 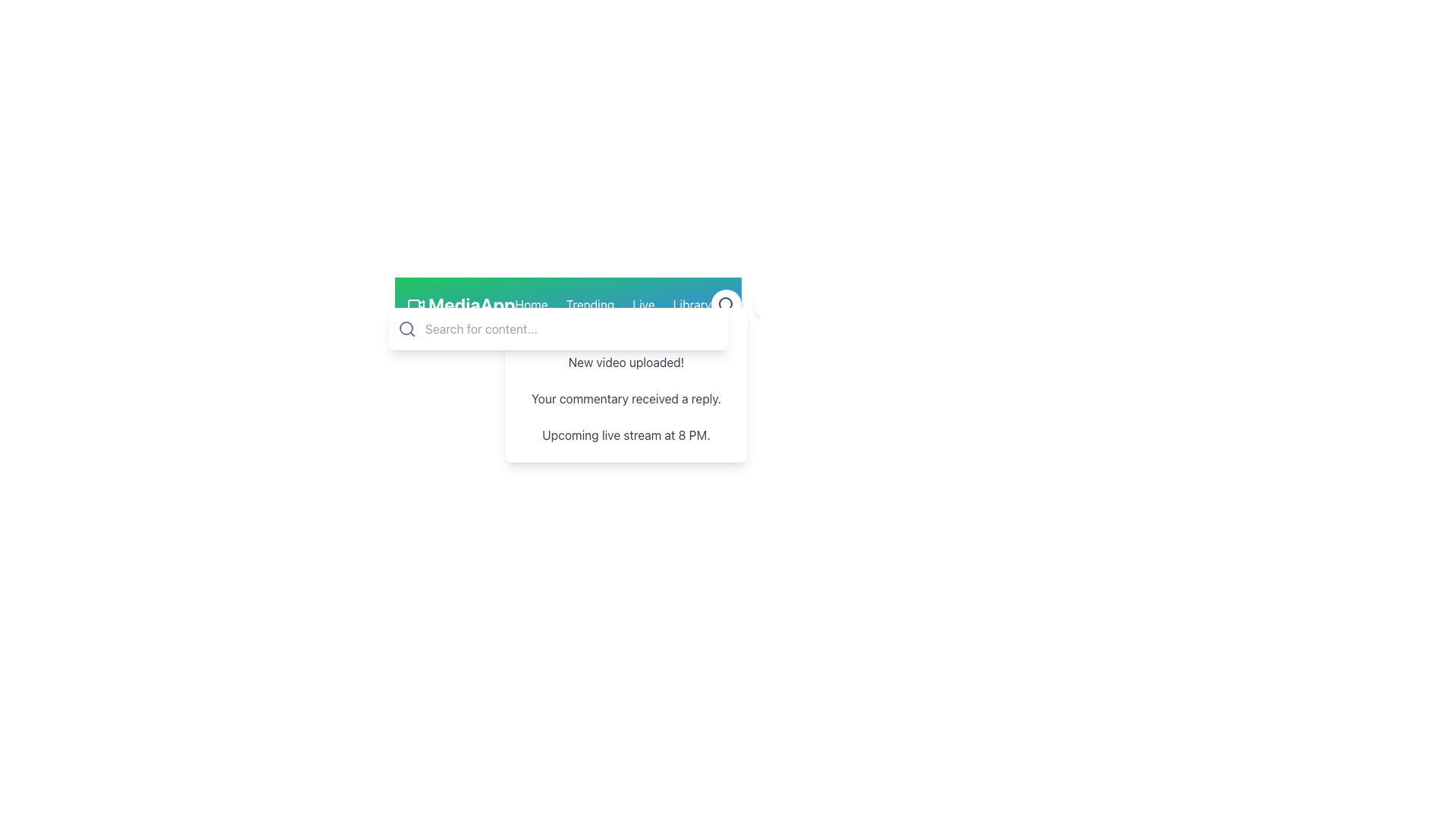 I want to click on the 'Trending' hyperlink in the navigation menu to underline it, so click(x=589, y=304).